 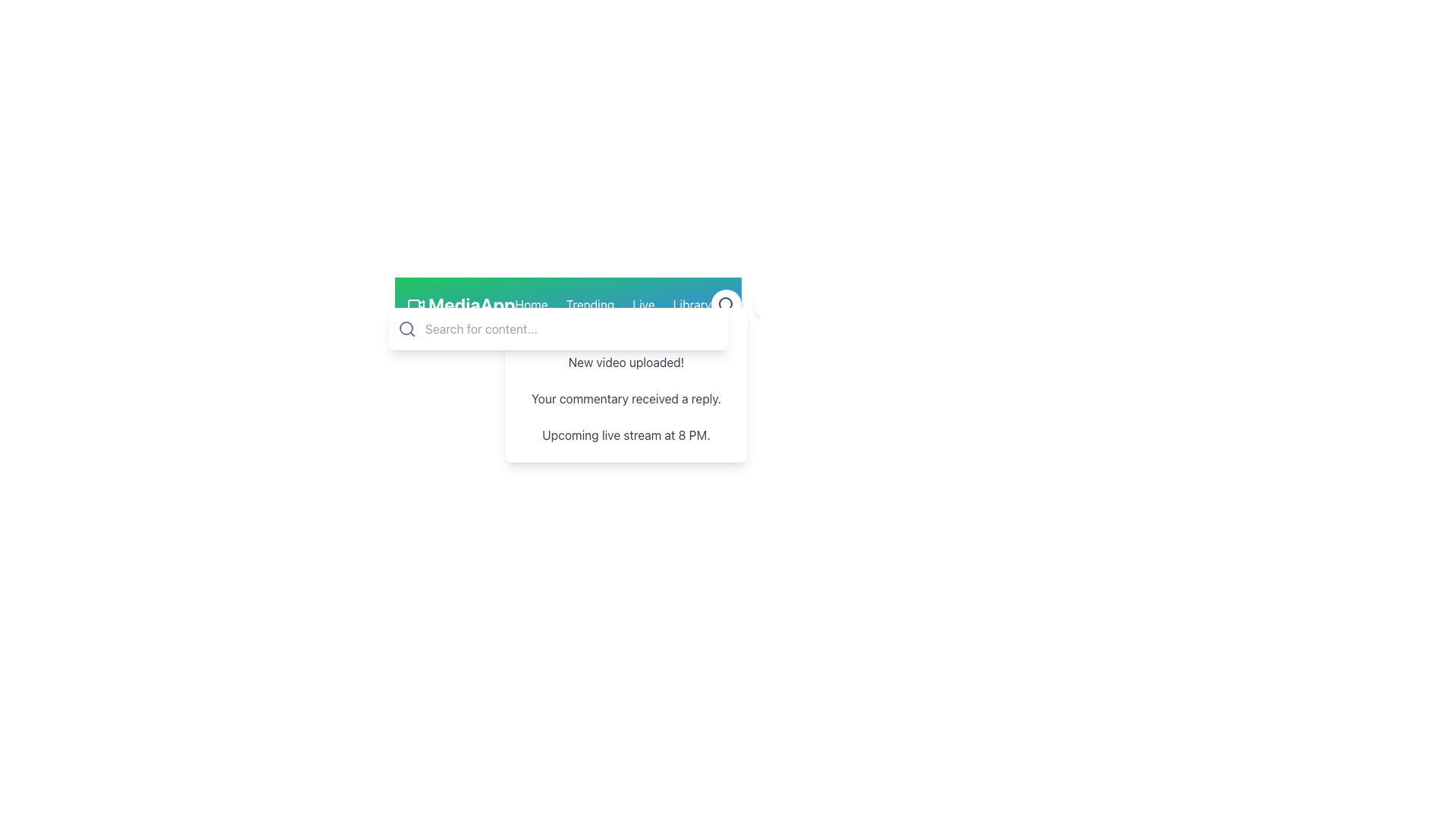 I want to click on the 'Trending' hyperlink in the navigation menu to underline it, so click(x=589, y=304).